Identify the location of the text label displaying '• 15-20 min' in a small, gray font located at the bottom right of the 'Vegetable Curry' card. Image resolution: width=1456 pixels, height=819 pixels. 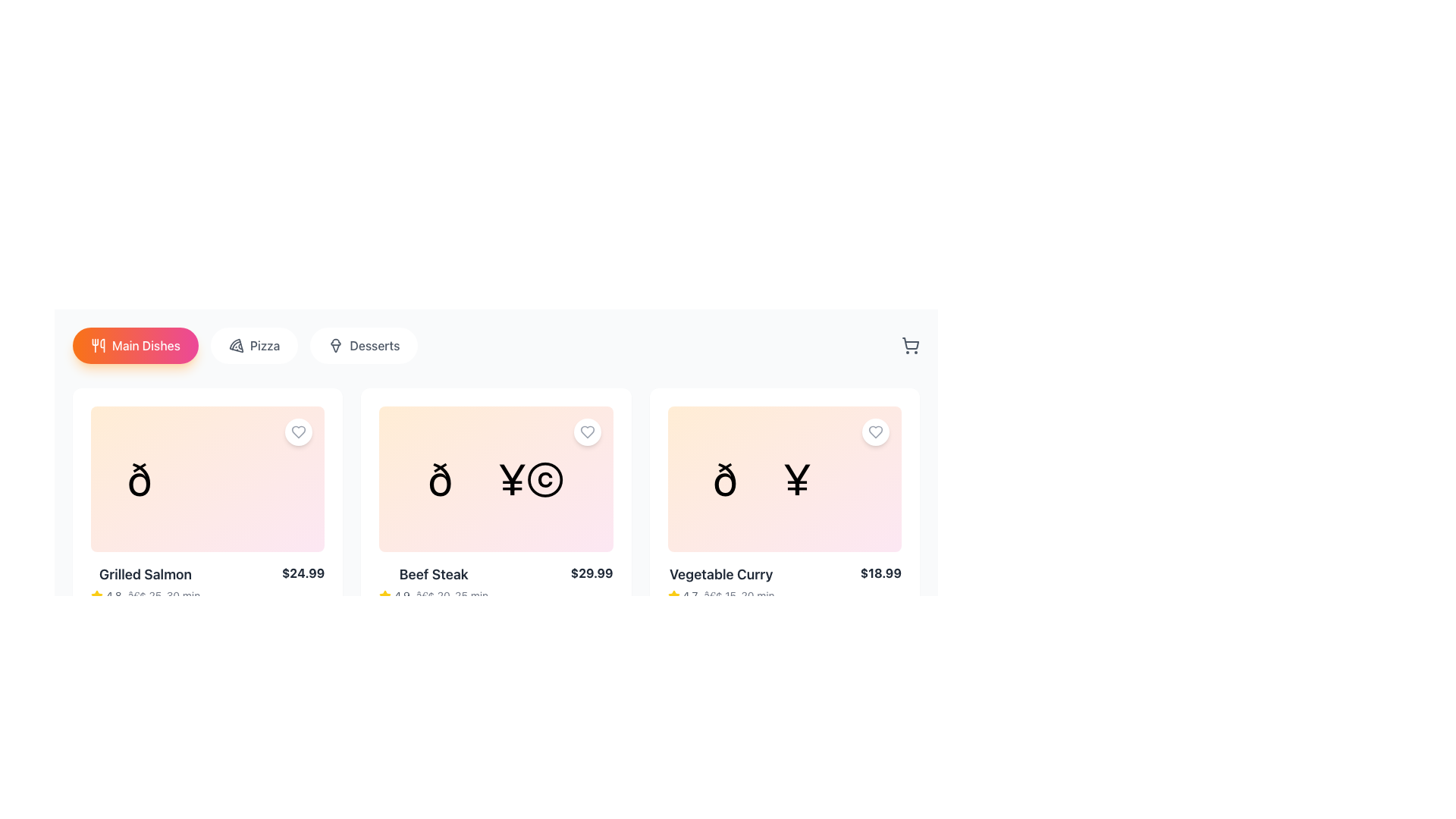
(739, 595).